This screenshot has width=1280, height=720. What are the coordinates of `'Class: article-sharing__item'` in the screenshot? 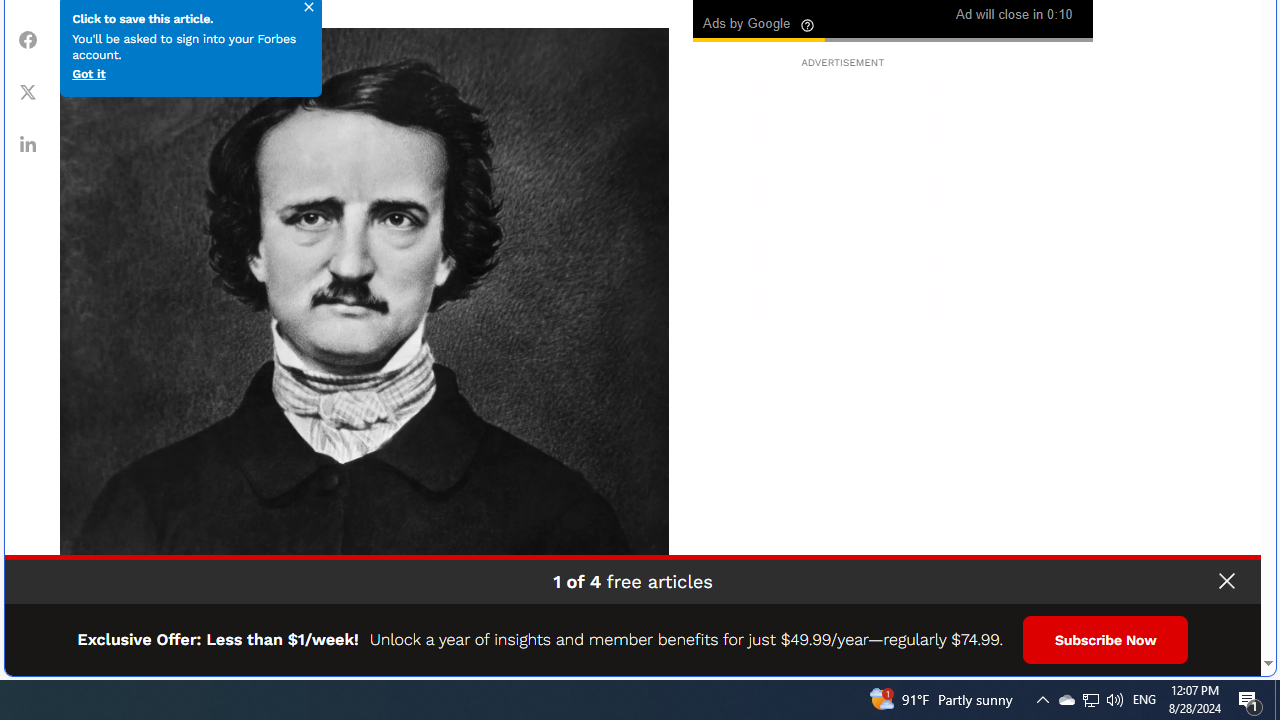 It's located at (28, 142).